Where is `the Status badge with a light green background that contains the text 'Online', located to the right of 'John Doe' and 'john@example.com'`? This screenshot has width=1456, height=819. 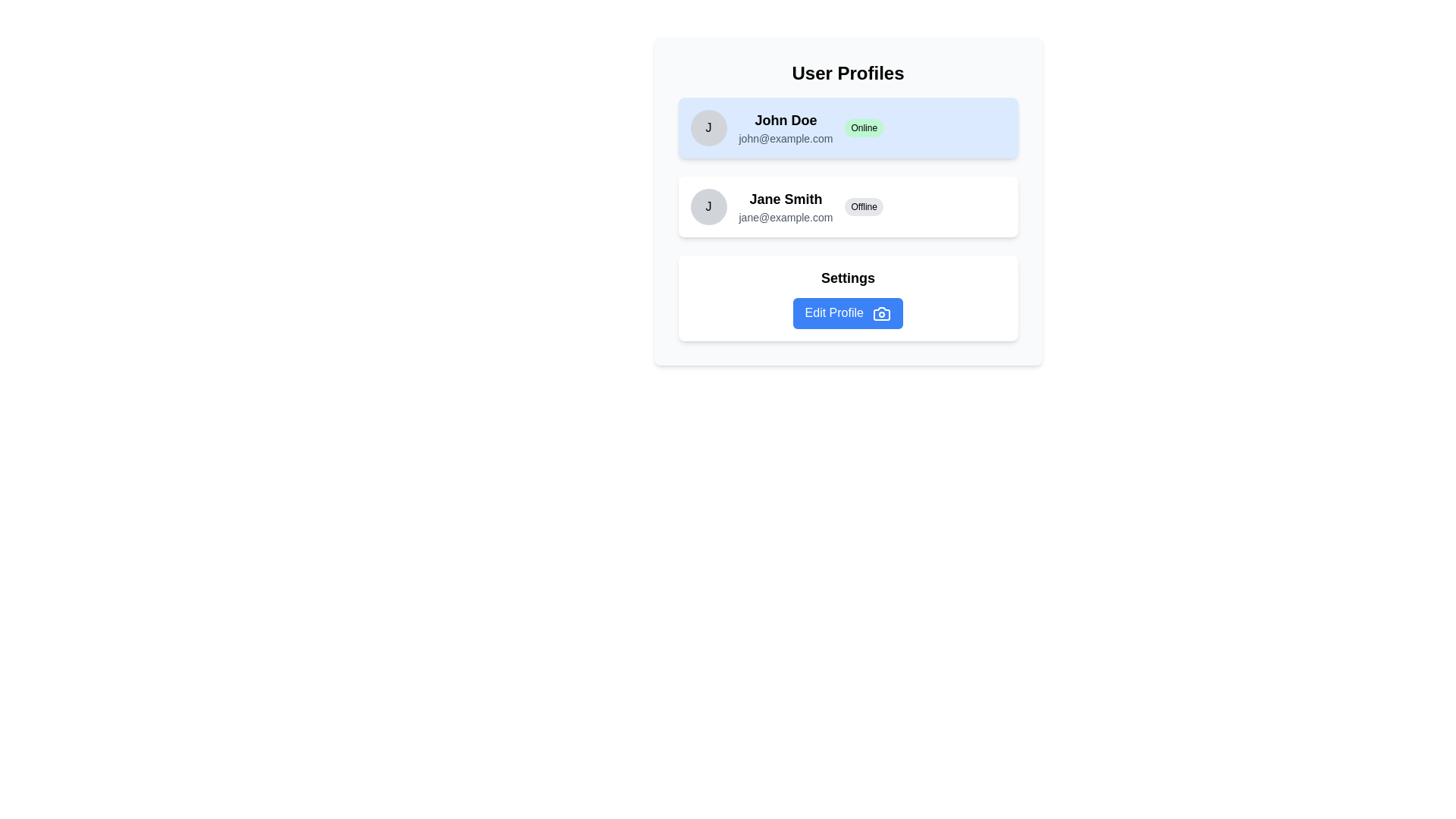
the Status badge with a light green background that contains the text 'Online', located to the right of 'John Doe' and 'john@example.com' is located at coordinates (864, 127).